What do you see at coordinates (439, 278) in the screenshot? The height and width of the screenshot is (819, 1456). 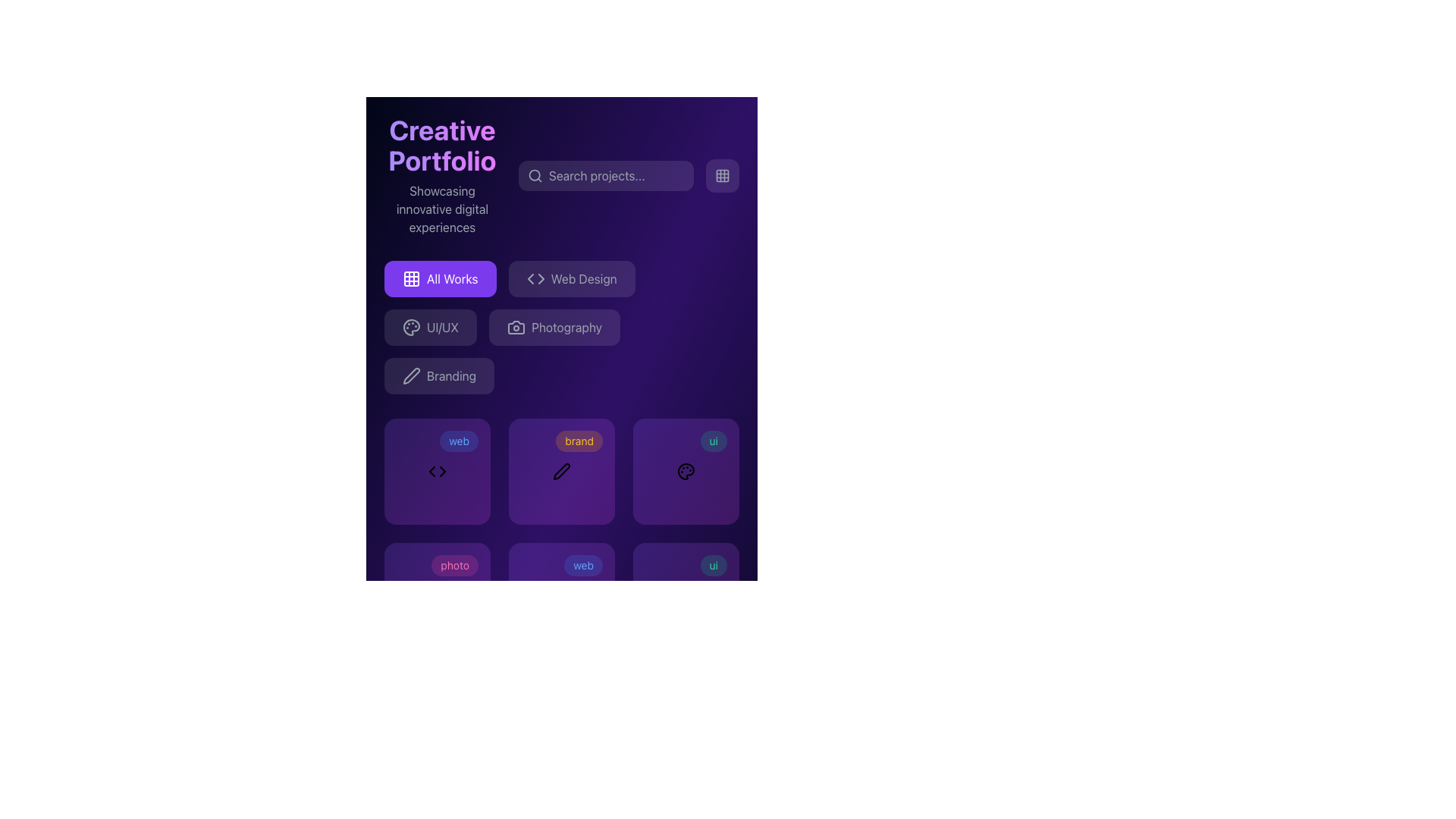 I see `the 'All Works' button, which is a rectangular button with a violet background and white text, located under the heading 'Creative Portfolio' as the first button in a horizontal row` at bounding box center [439, 278].